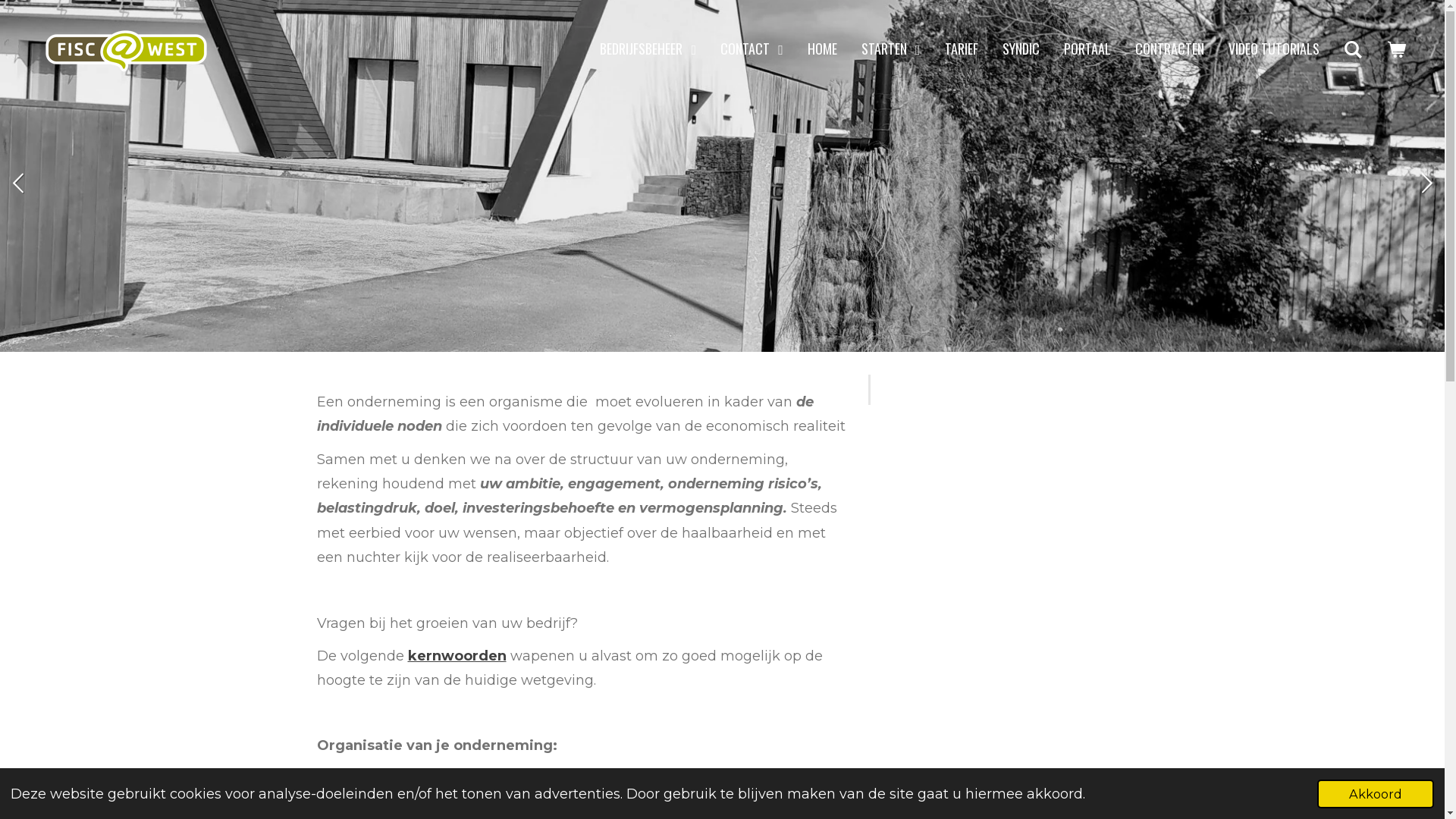 Image resolution: width=1456 pixels, height=819 pixels. Describe the element at coordinates (1395, 49) in the screenshot. I see `'Bekijk winkelwagen'` at that location.